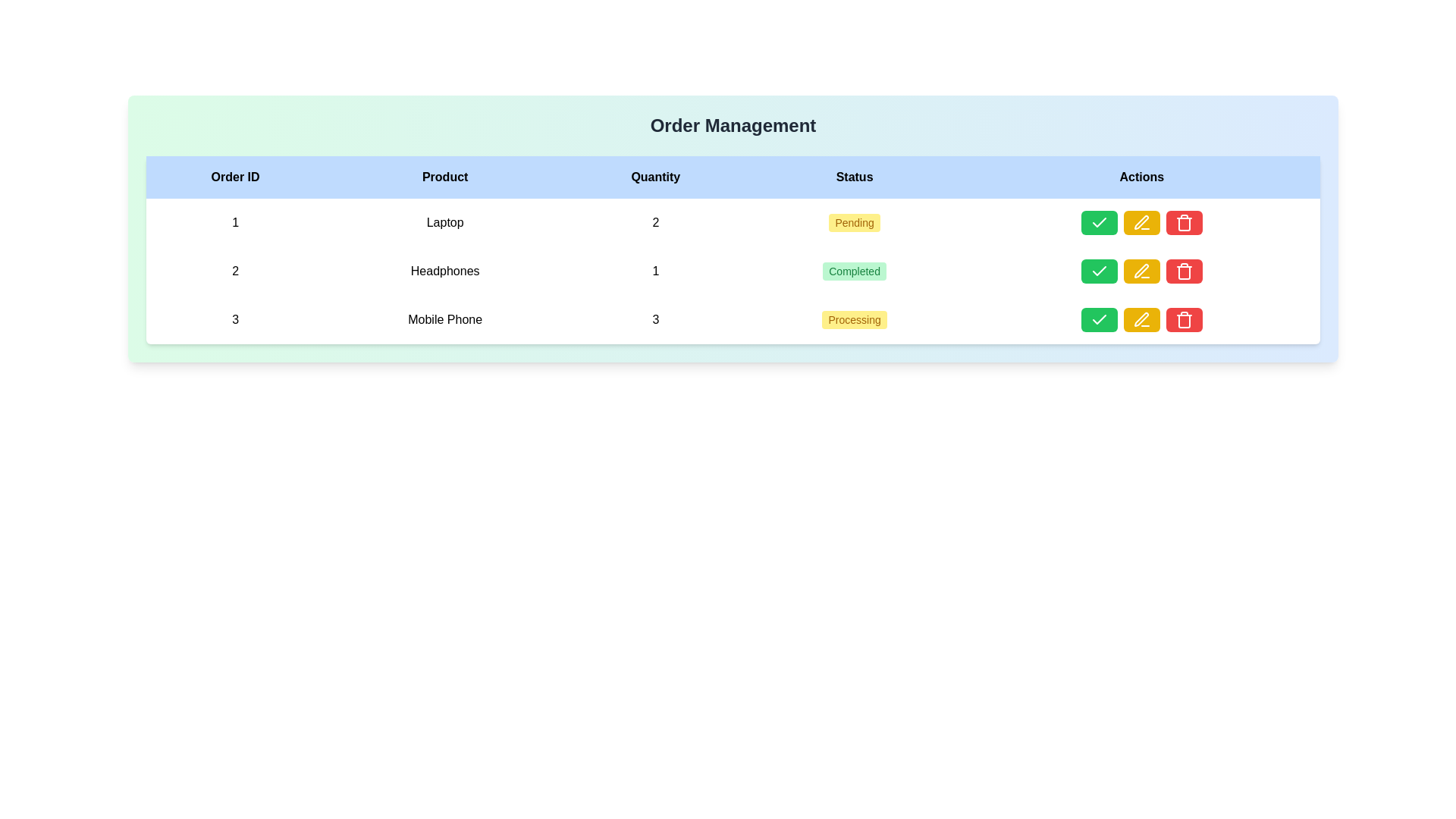 This screenshot has width=1456, height=819. What do you see at coordinates (655, 177) in the screenshot?
I see `the 'Quantity' column header in the table, which is the third item in the row of headers, positioned between 'Product' and 'Status'` at bounding box center [655, 177].